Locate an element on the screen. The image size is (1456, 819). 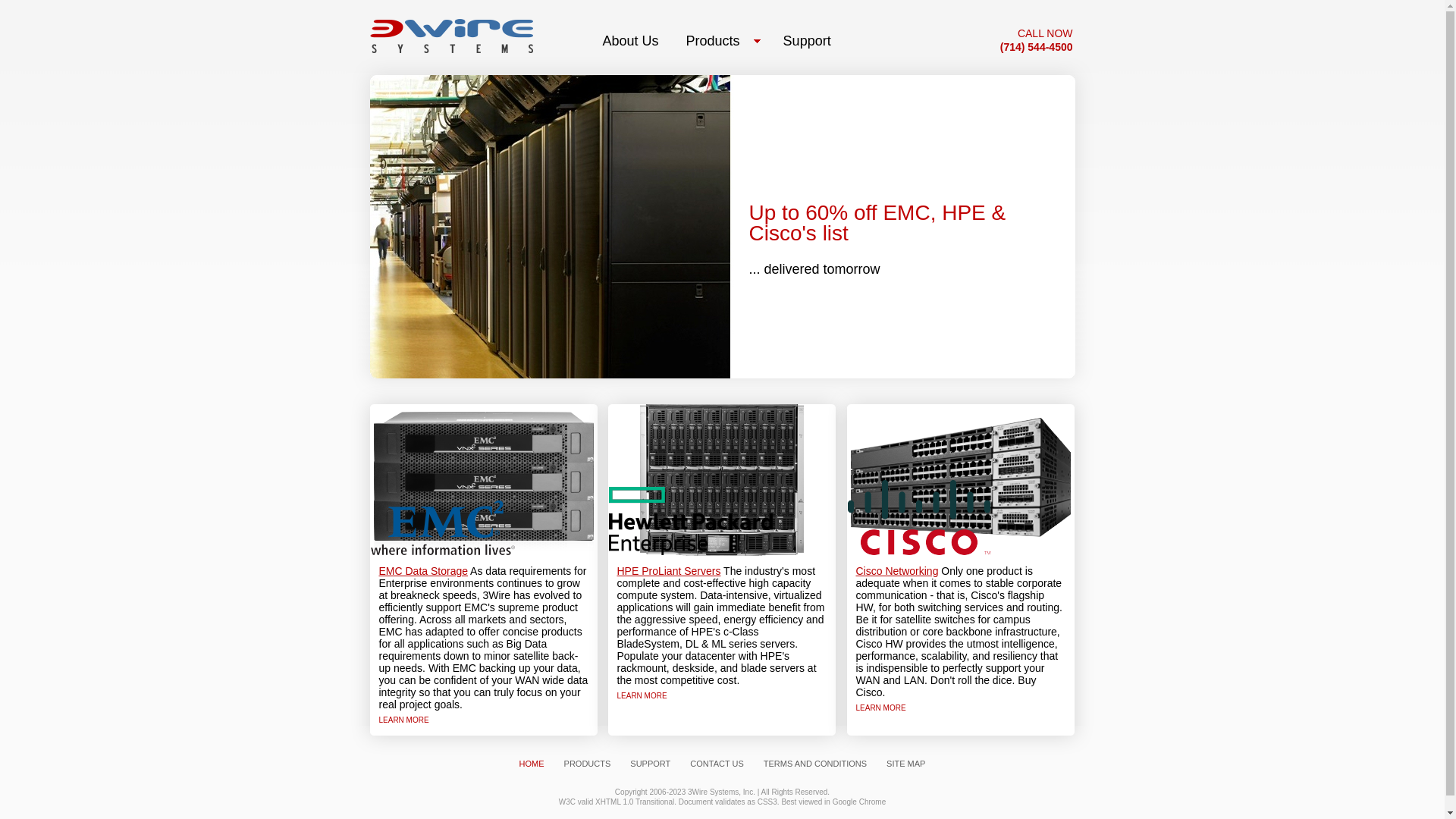
'LEARN MORE' is located at coordinates (880, 708).